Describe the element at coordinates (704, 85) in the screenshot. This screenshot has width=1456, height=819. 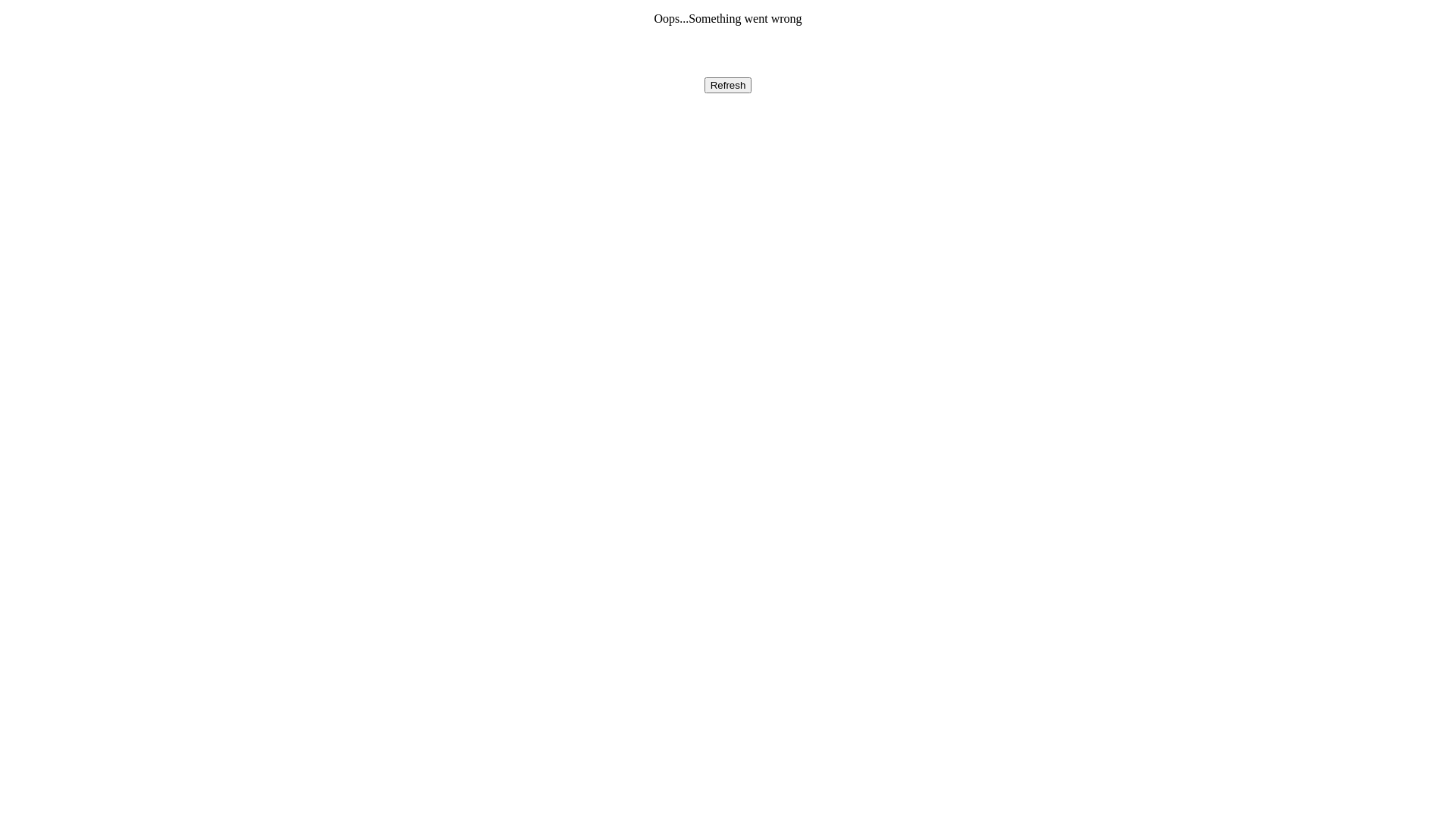
I see `'Refresh'` at that location.